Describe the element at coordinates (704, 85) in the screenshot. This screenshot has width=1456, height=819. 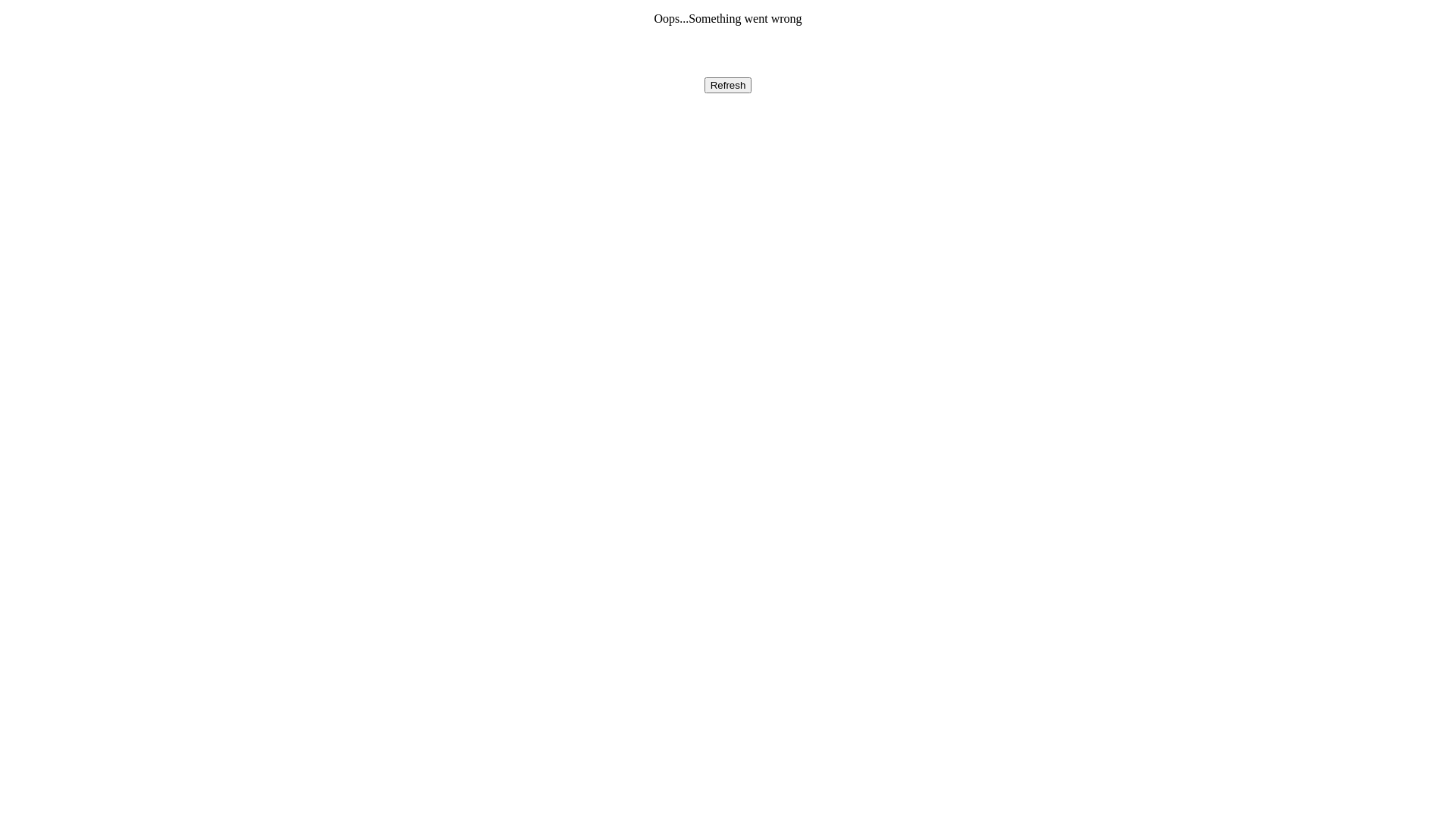
I see `'Refresh'` at that location.